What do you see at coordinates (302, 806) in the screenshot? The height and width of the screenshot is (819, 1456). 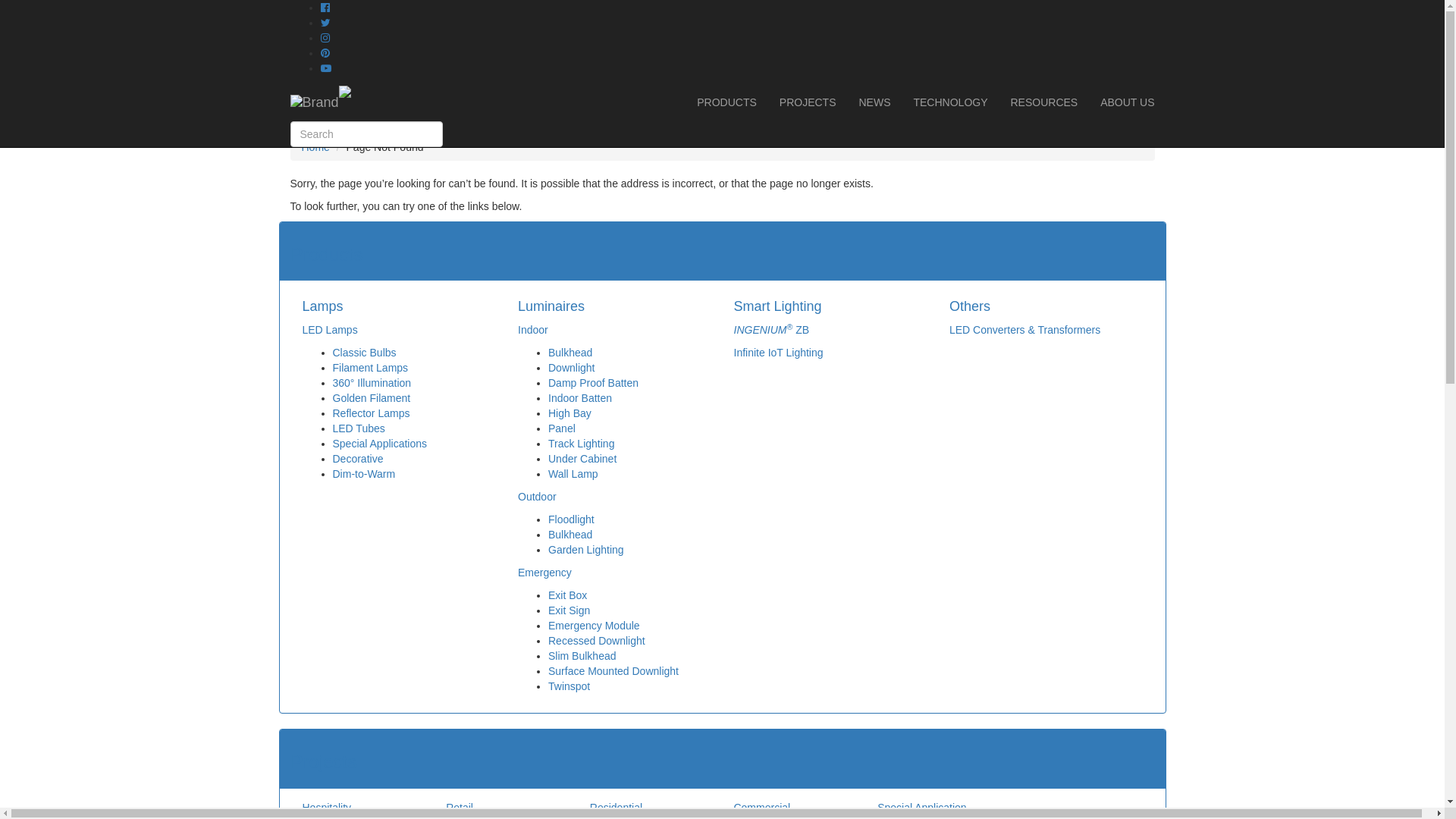 I see `'Hospitality'` at bounding box center [302, 806].